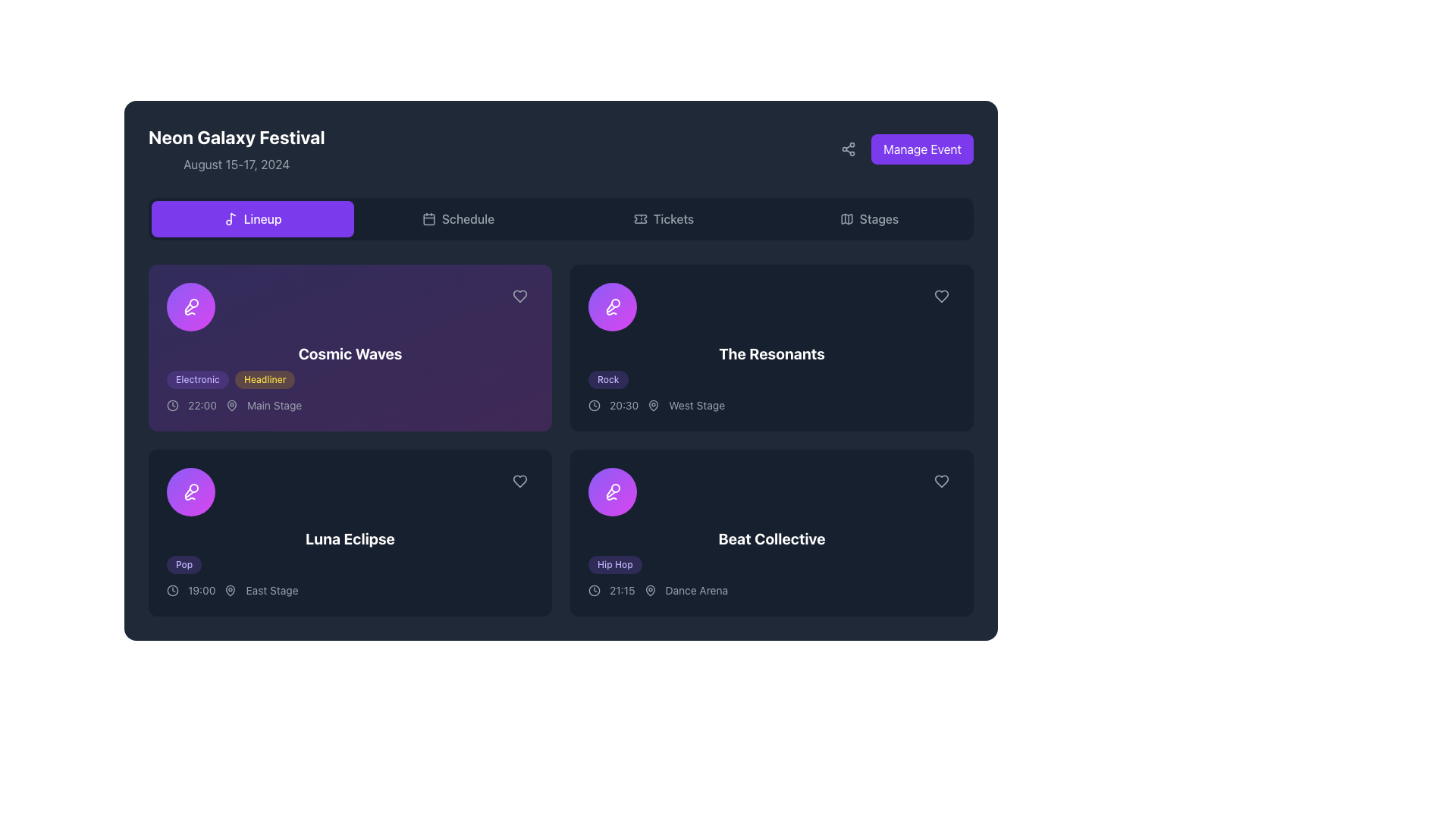 The height and width of the screenshot is (819, 1456). I want to click on the design of the microphone icon with a white outline set against a circular purple gradient-filled background, located in the top-left corner of 'The Resonants' schedule entry, so click(612, 491).